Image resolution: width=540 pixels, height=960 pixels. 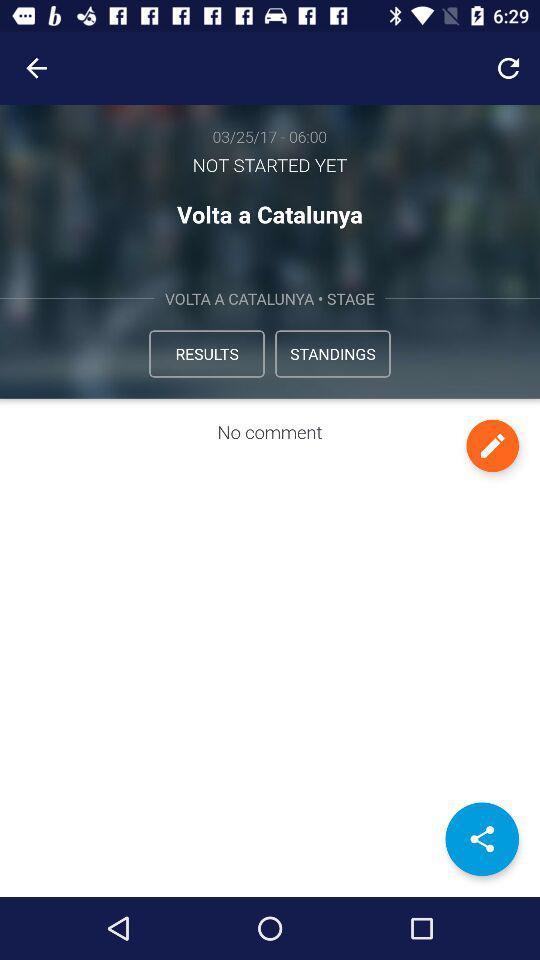 I want to click on the icon below volta a catalunya, so click(x=333, y=353).